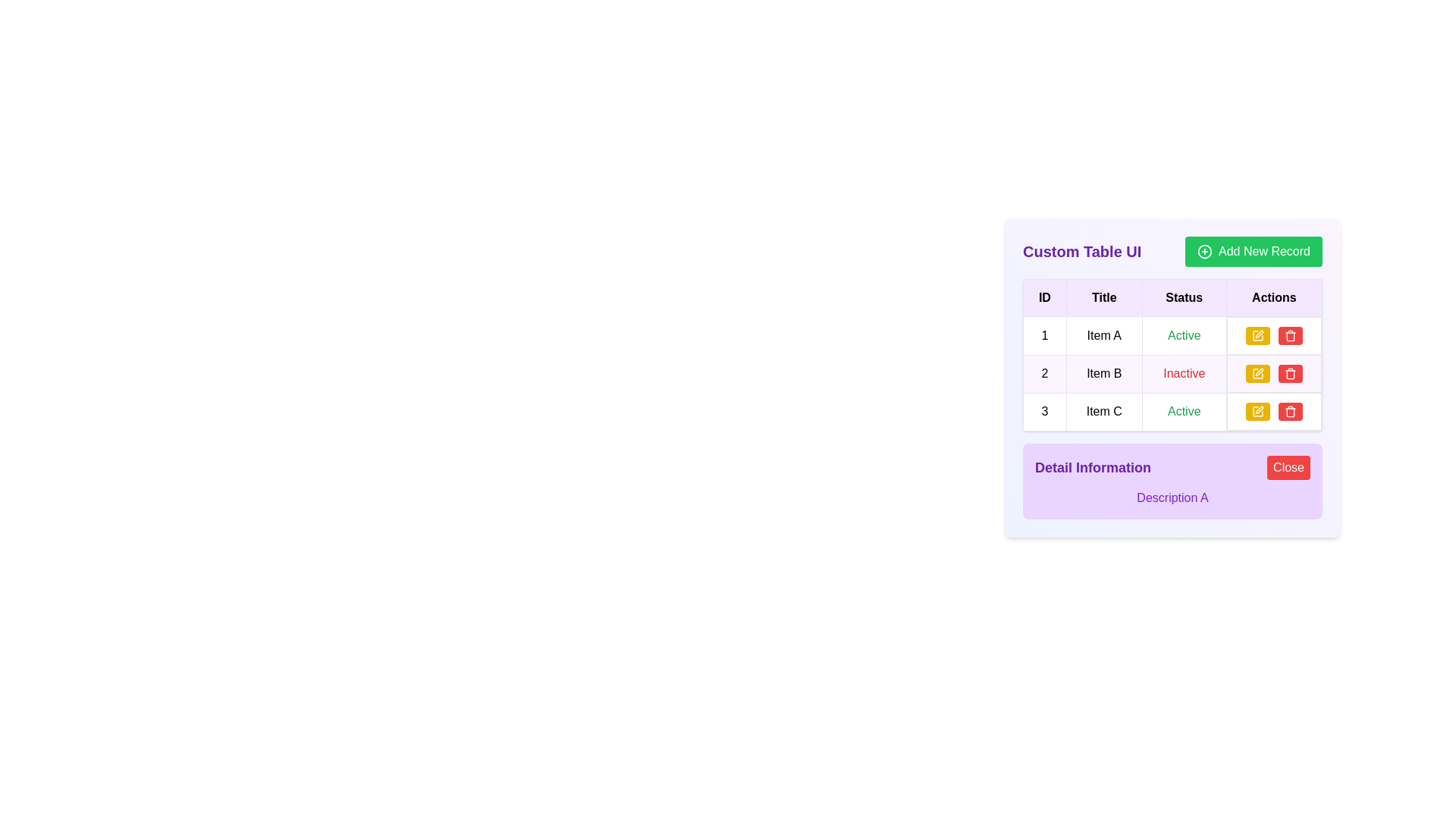 The image size is (1456, 819). Describe the element at coordinates (1290, 374) in the screenshot. I see `the trash icon within the 'Actions' column of the second row corresponding to 'Item B'` at that location.